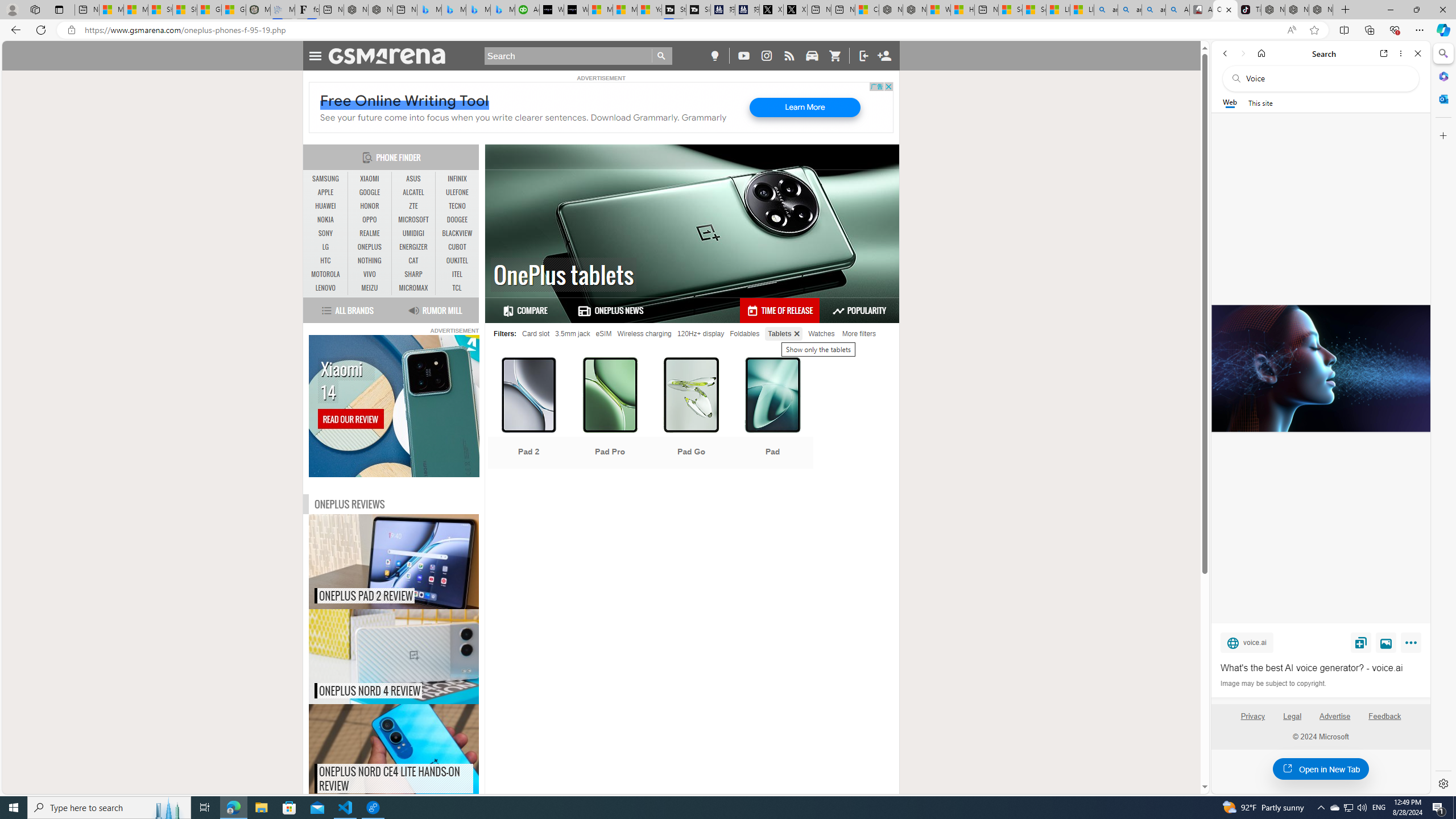 The height and width of the screenshot is (819, 1456). I want to click on 'DOOGEE', so click(457, 220).